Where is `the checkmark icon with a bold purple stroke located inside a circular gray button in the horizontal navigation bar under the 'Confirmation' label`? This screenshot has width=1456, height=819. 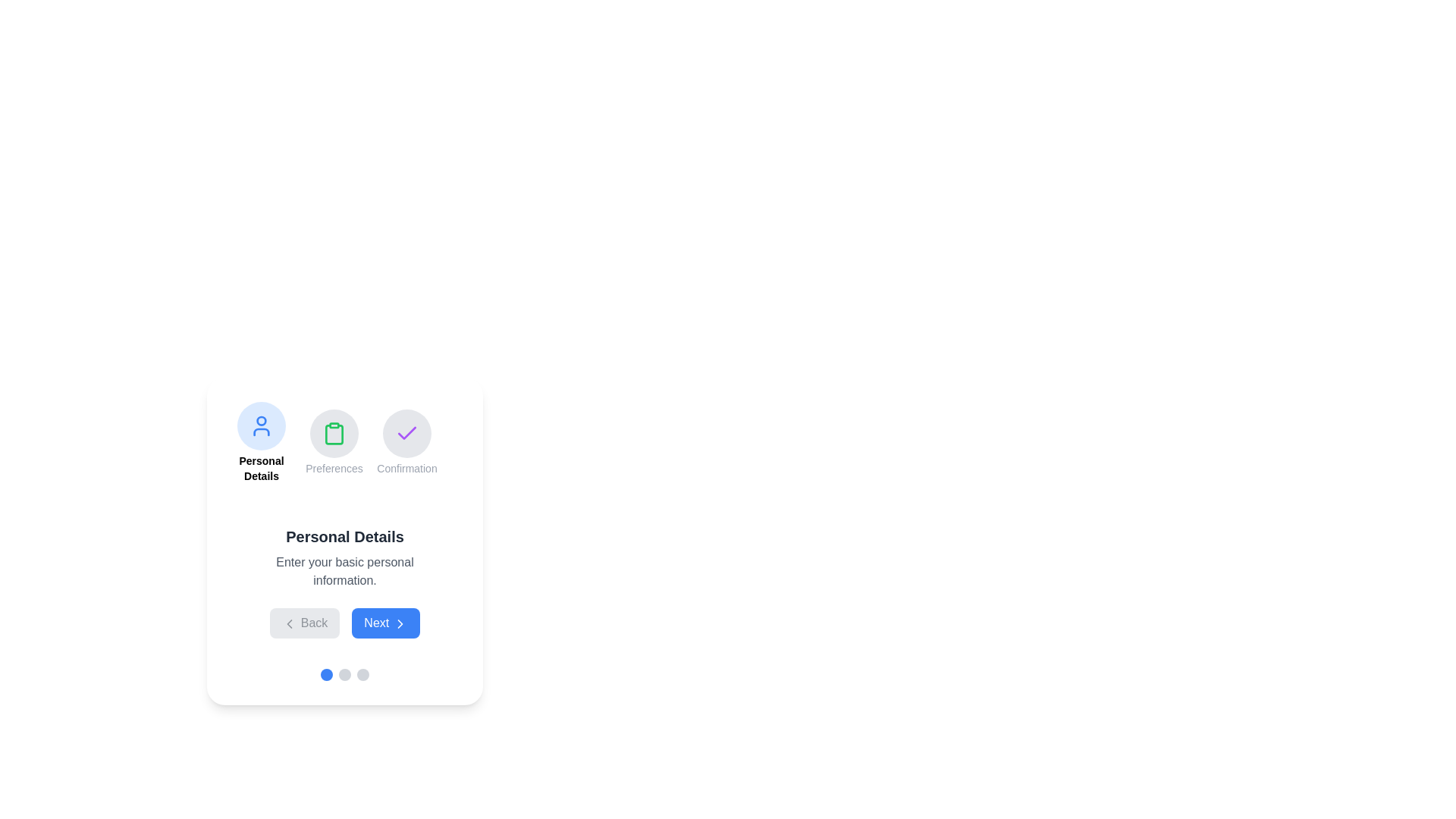
the checkmark icon with a bold purple stroke located inside a circular gray button in the horizontal navigation bar under the 'Confirmation' label is located at coordinates (407, 433).